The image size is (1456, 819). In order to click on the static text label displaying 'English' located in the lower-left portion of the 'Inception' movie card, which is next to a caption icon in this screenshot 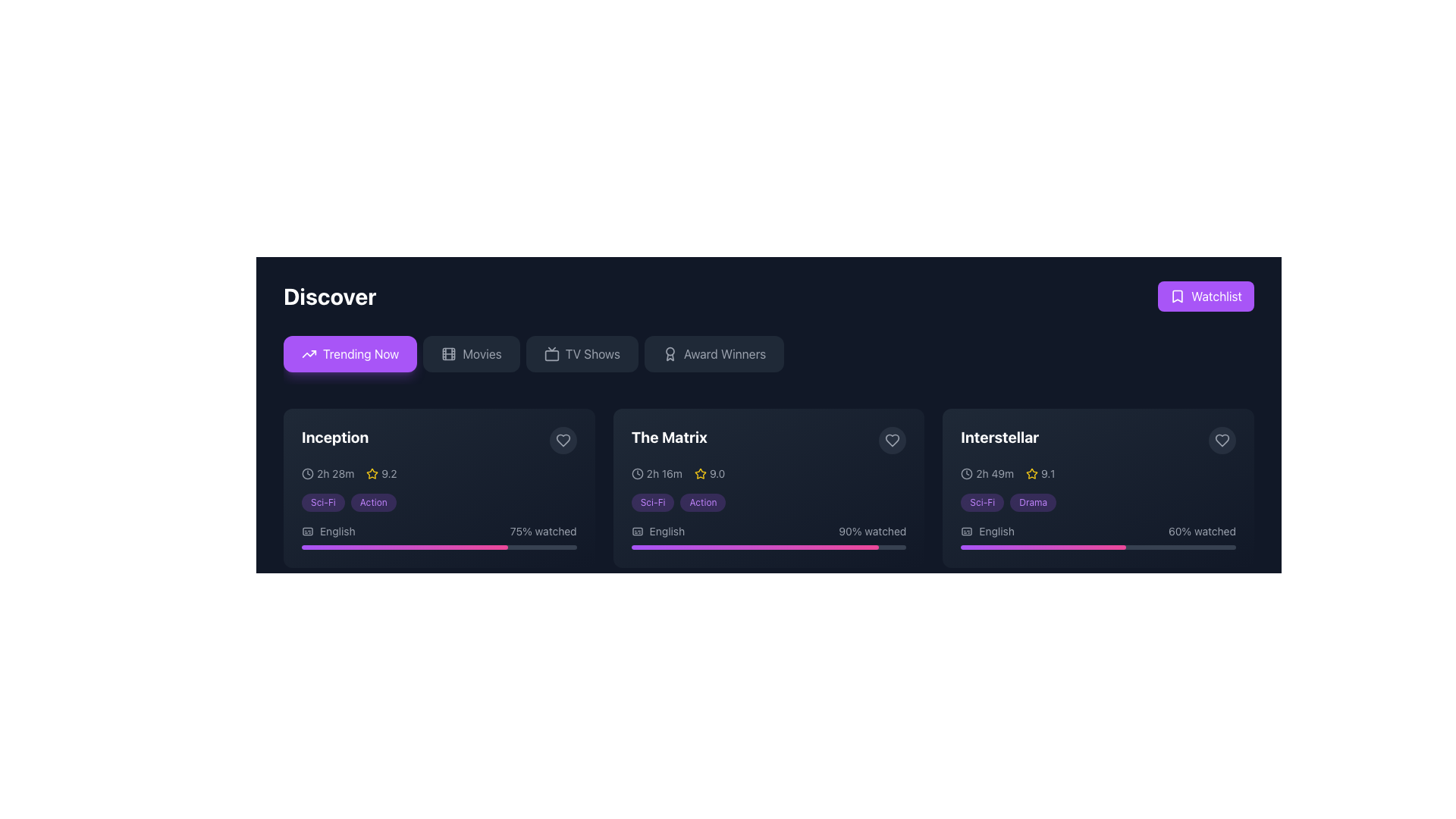, I will do `click(337, 531)`.